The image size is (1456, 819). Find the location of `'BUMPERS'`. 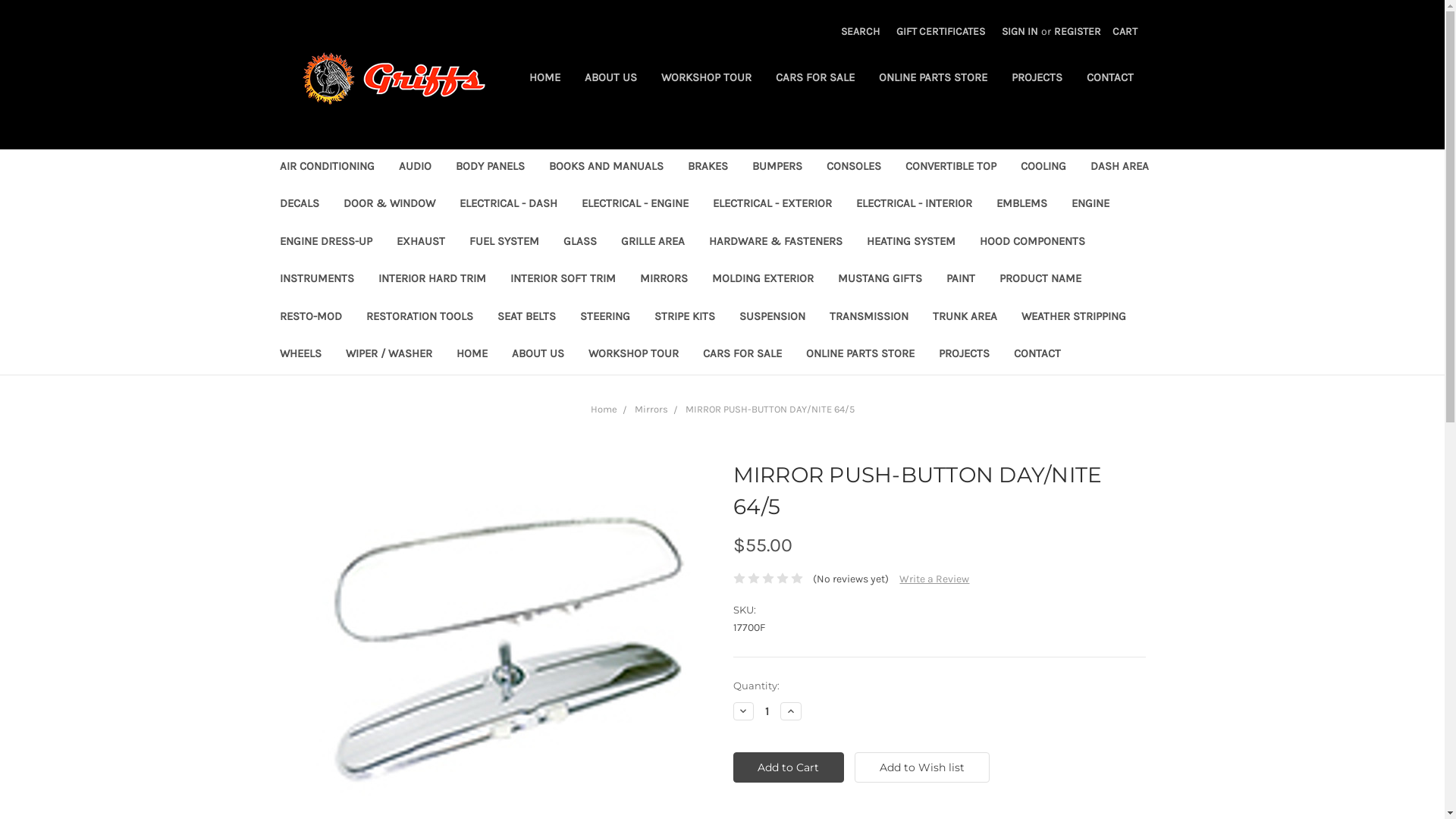

'BUMPERS' is located at coordinates (739, 168).